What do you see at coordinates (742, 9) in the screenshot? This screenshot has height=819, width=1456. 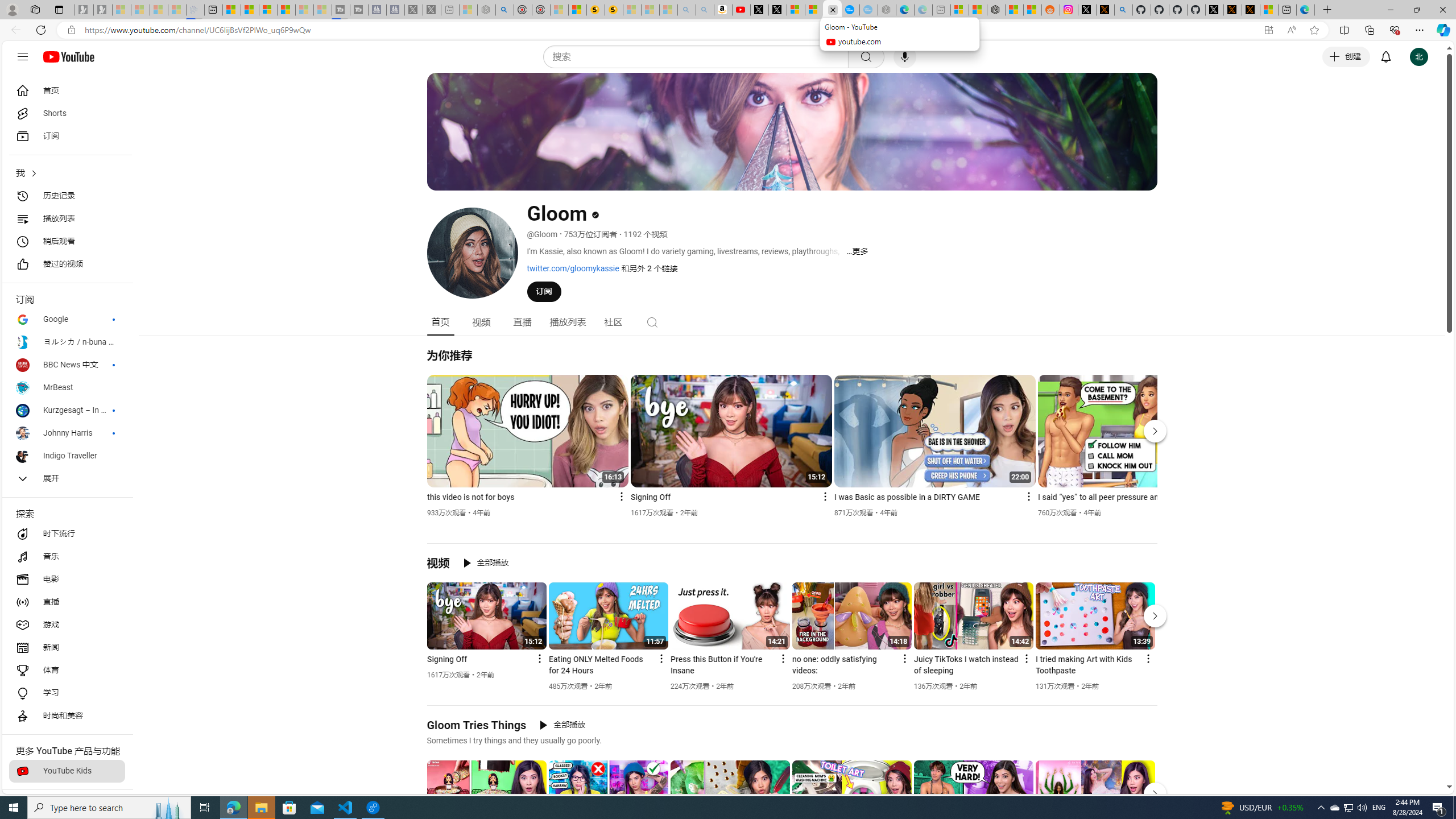 I see `'Day 1: Arriving in Yemen (surreal to be here) - YouTube'` at bounding box center [742, 9].